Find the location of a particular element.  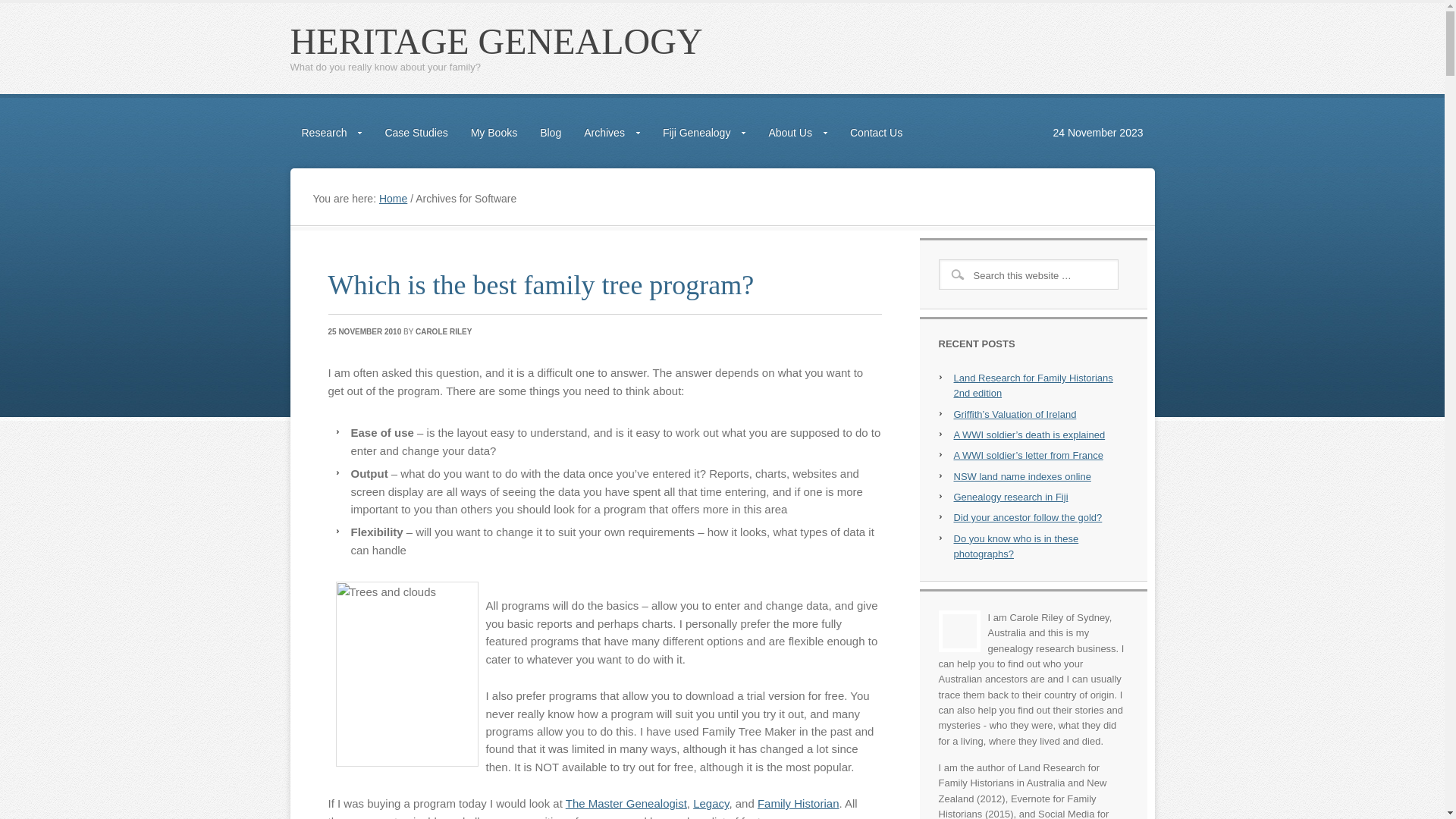

'Case Studies' is located at coordinates (372, 132).